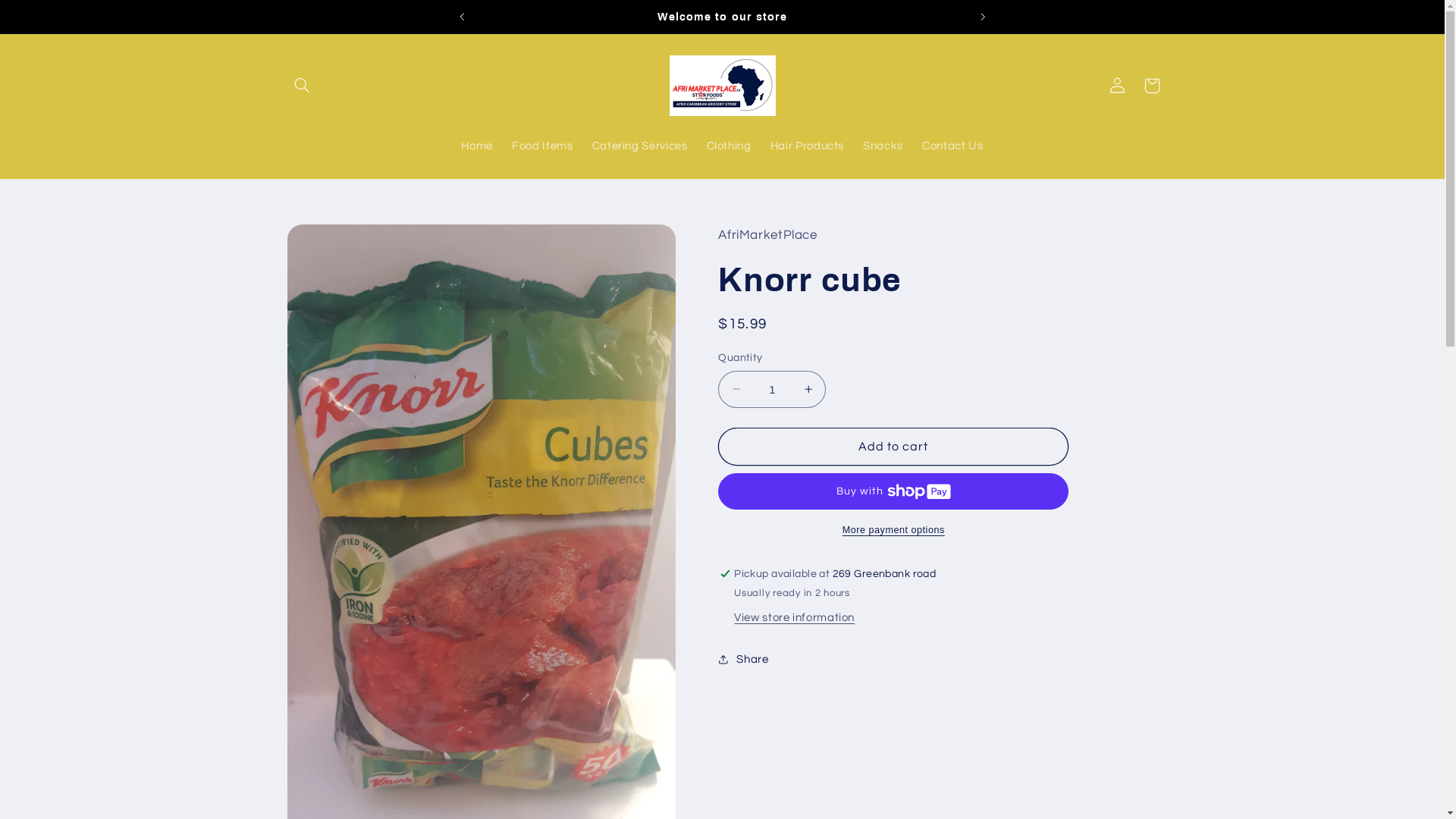  Describe the element at coordinates (893, 445) in the screenshot. I see `'Add to cart'` at that location.